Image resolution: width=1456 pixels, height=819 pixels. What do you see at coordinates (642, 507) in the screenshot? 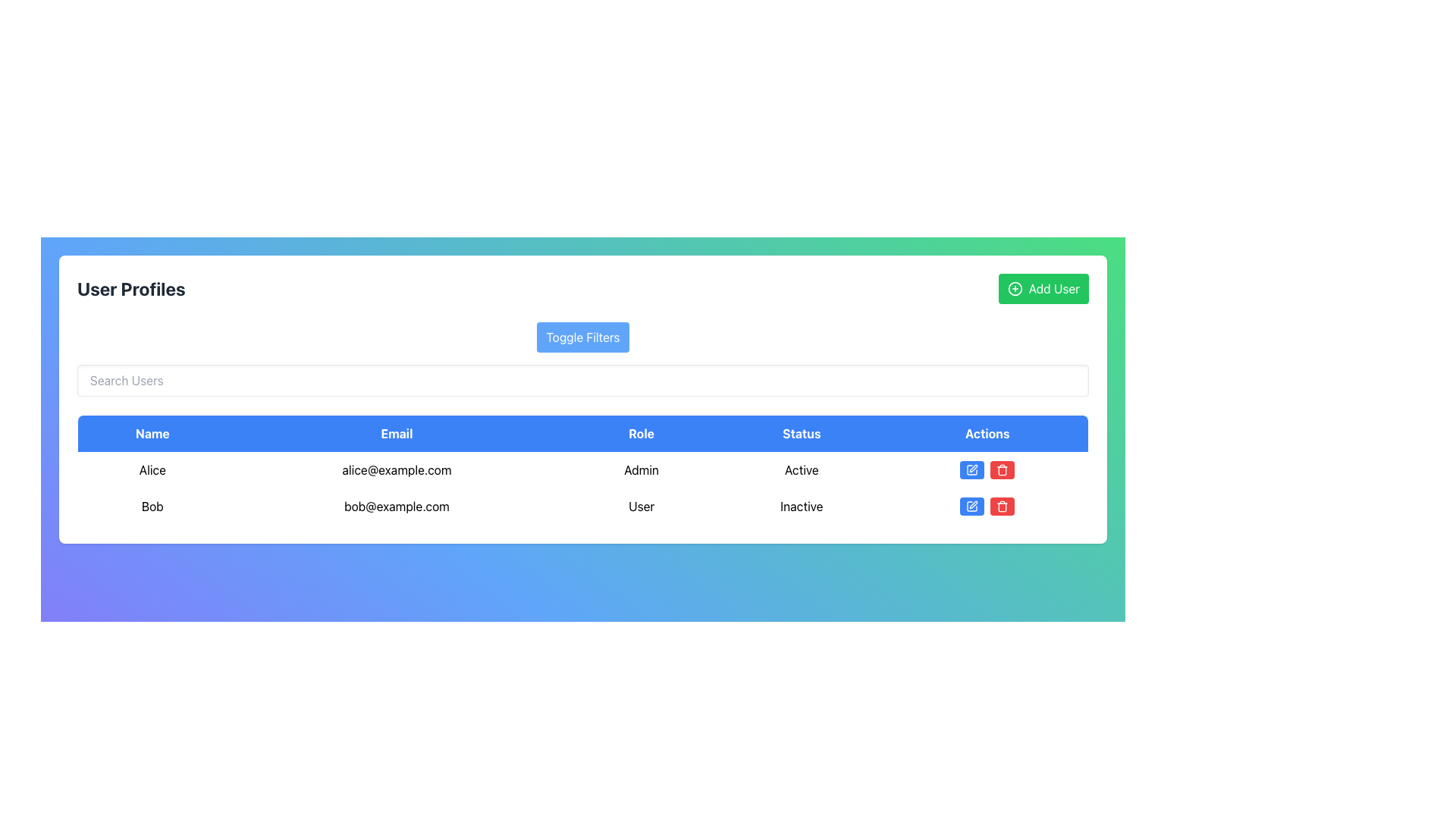
I see `the text label 'User' in the Role column of the second row in the user data table` at bounding box center [642, 507].